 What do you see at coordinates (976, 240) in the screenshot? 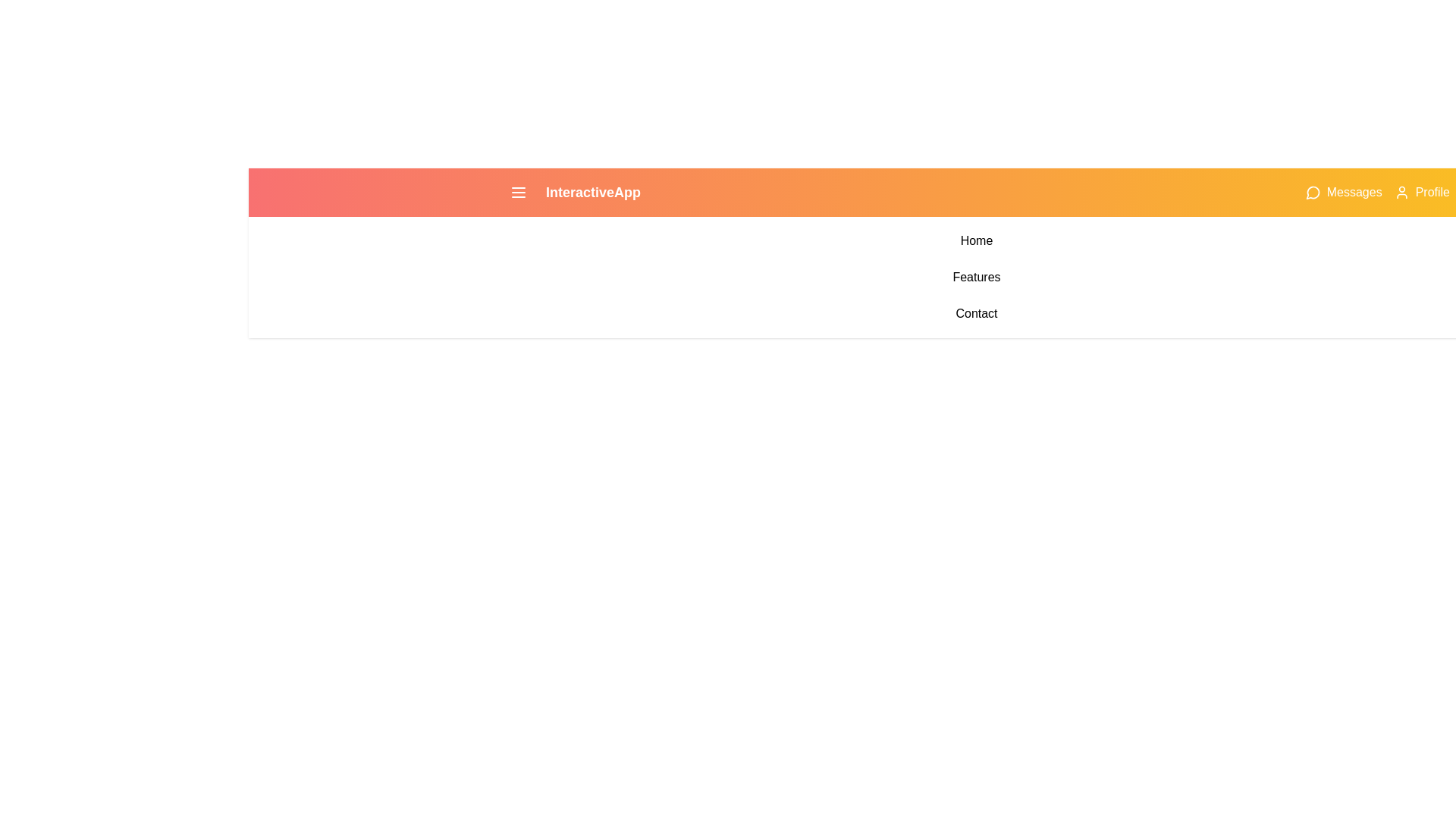
I see `the menu item Home to navigate to the corresponding section` at bounding box center [976, 240].